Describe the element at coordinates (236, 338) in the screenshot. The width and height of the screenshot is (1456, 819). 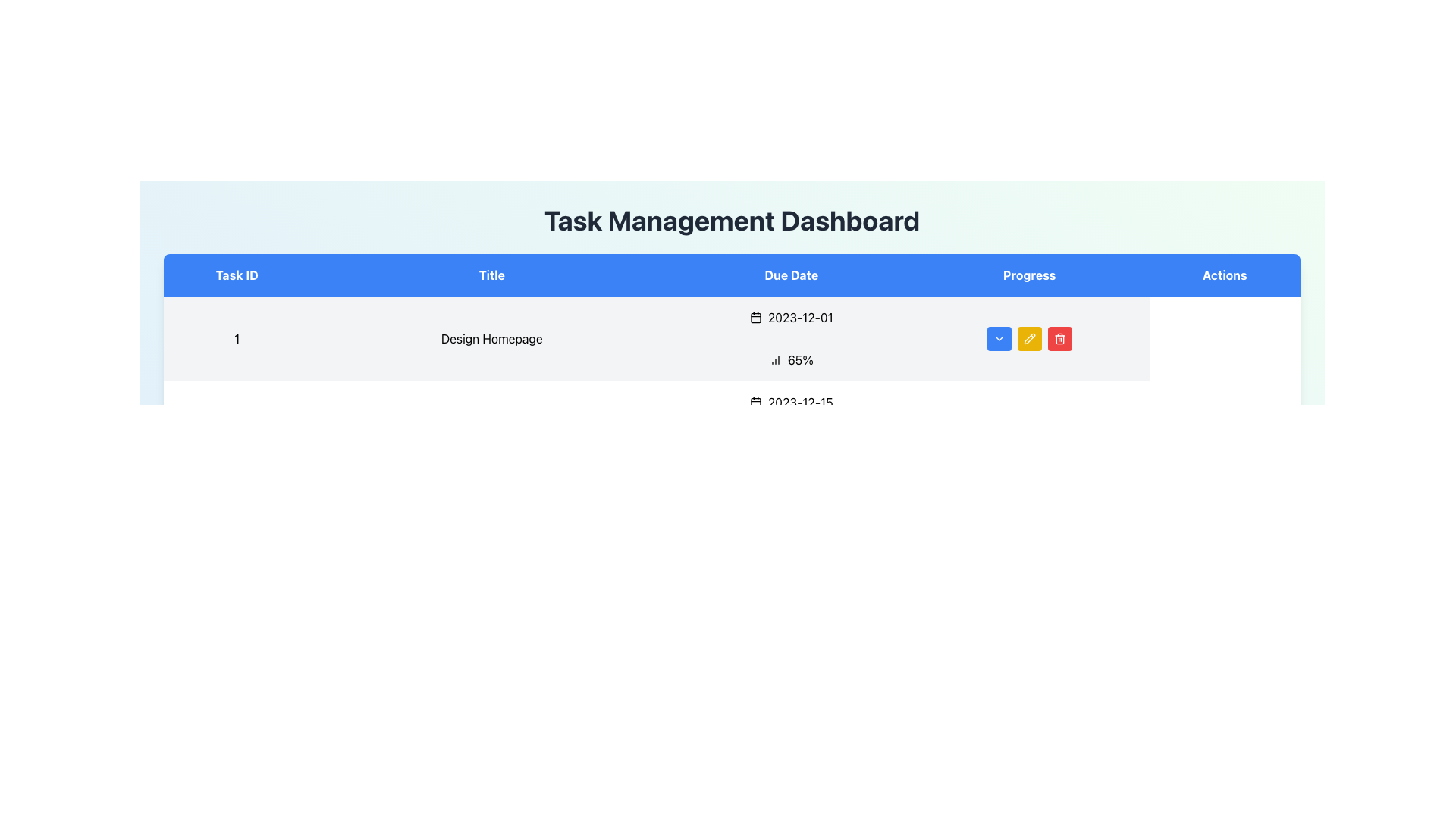
I see `the Text Label that uniquely identifies the corresponding task in the list, located as the leftmost item in the first row under the 'Task ID' column, adjacent to the 'Design Homepage' title` at that location.